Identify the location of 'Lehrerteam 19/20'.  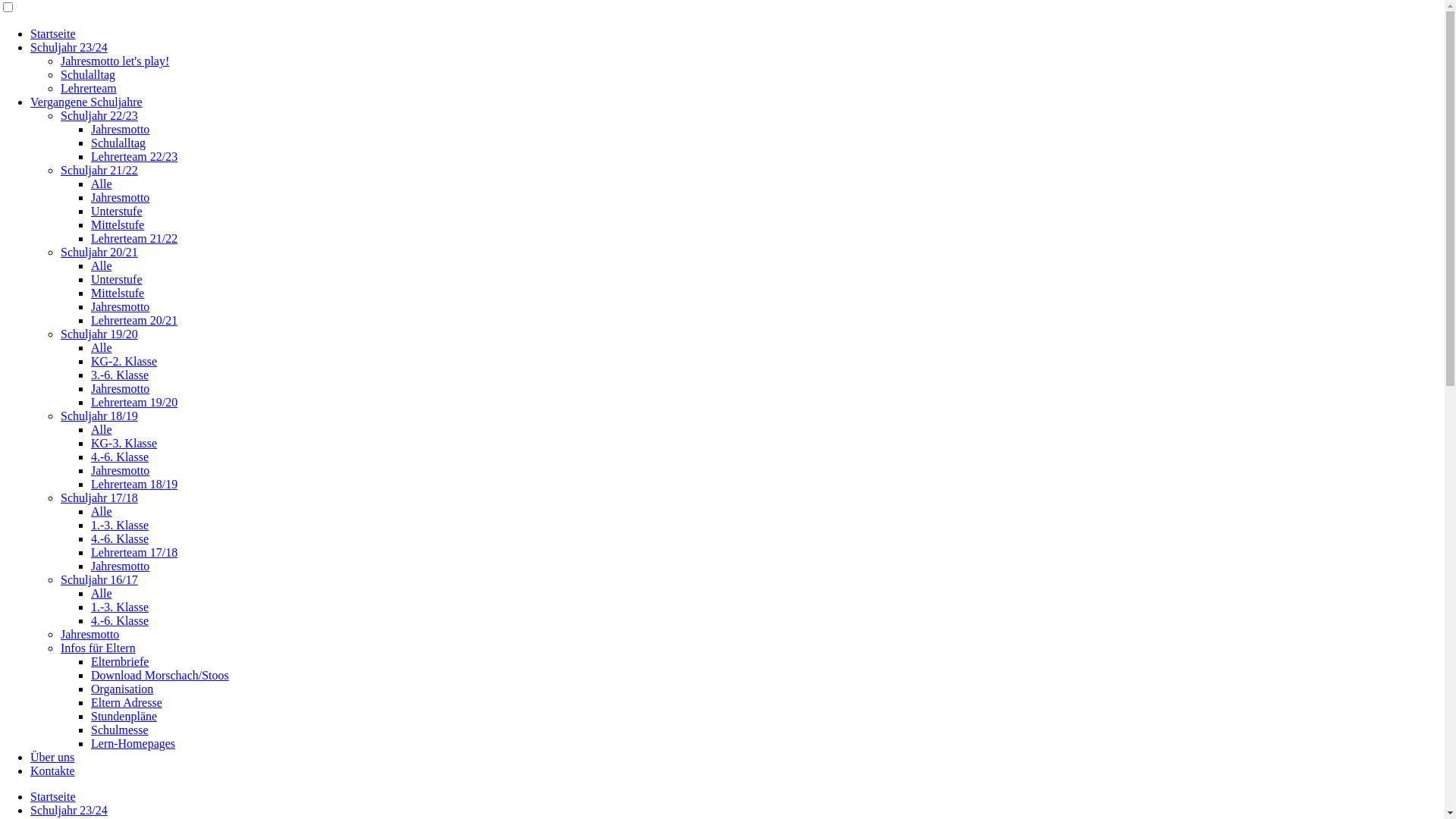
(134, 401).